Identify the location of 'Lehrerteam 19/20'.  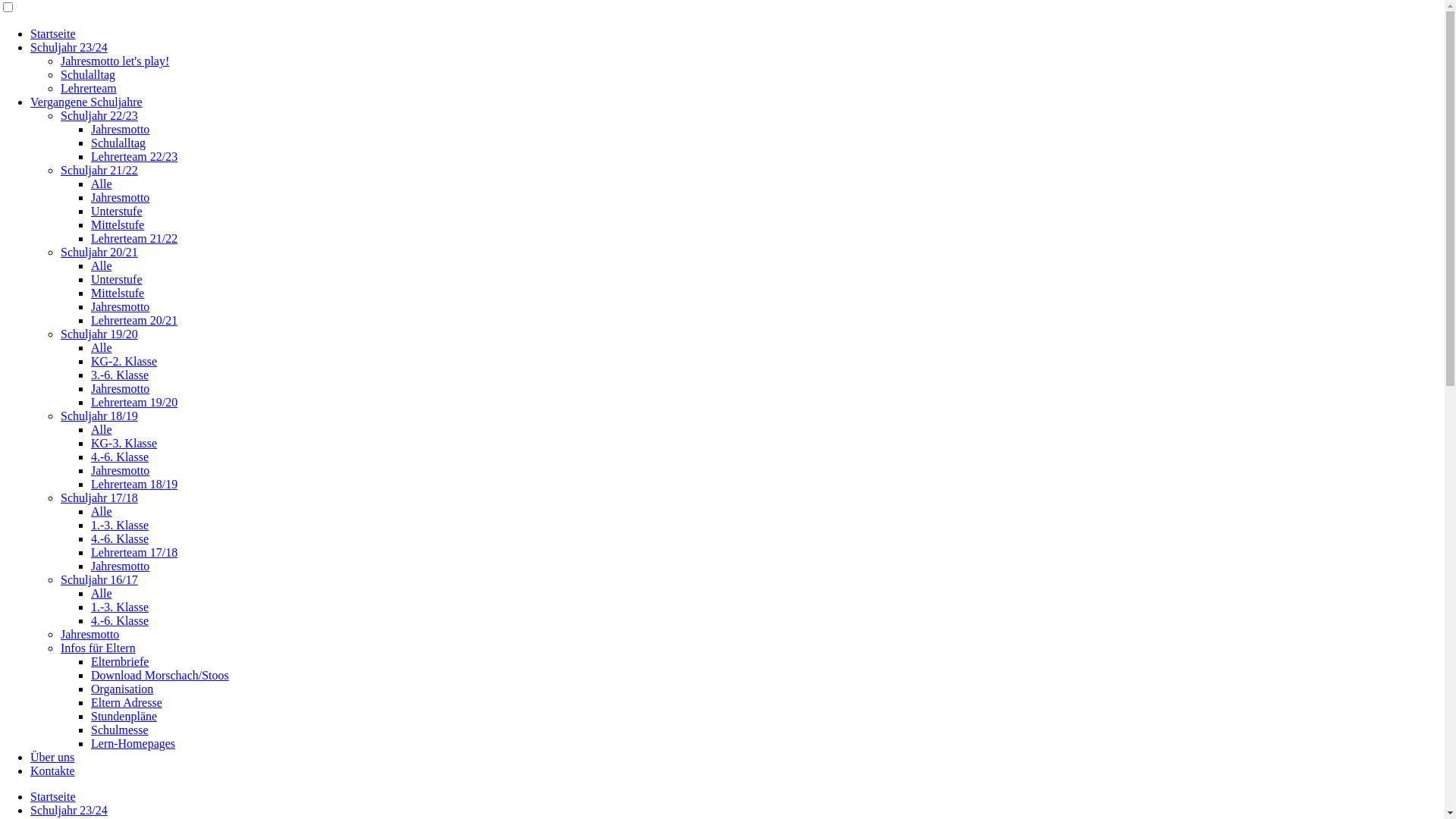
(134, 401).